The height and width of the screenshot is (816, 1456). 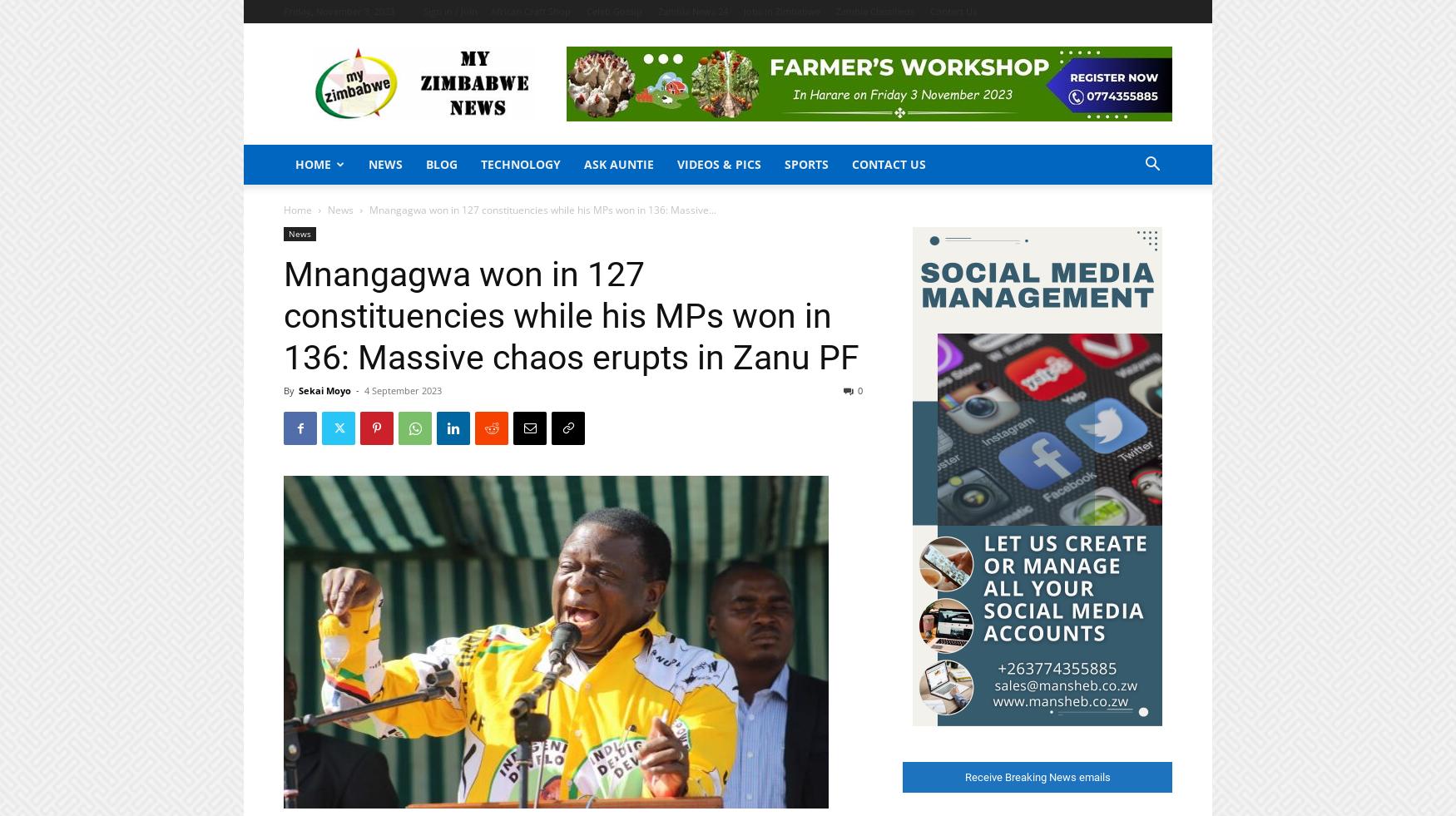 What do you see at coordinates (353, 389) in the screenshot?
I see `'-'` at bounding box center [353, 389].